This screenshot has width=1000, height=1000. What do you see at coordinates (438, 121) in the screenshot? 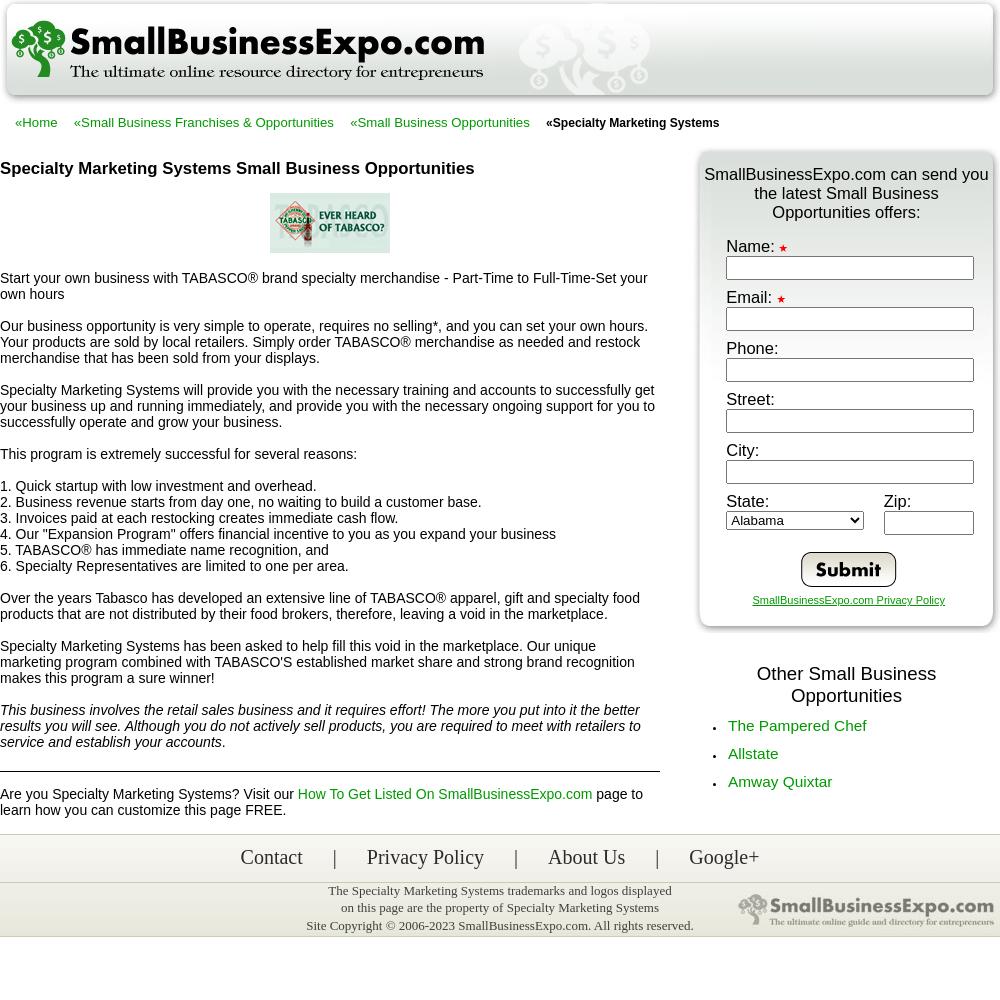
I see `'«Small Business Opportunities'` at bounding box center [438, 121].